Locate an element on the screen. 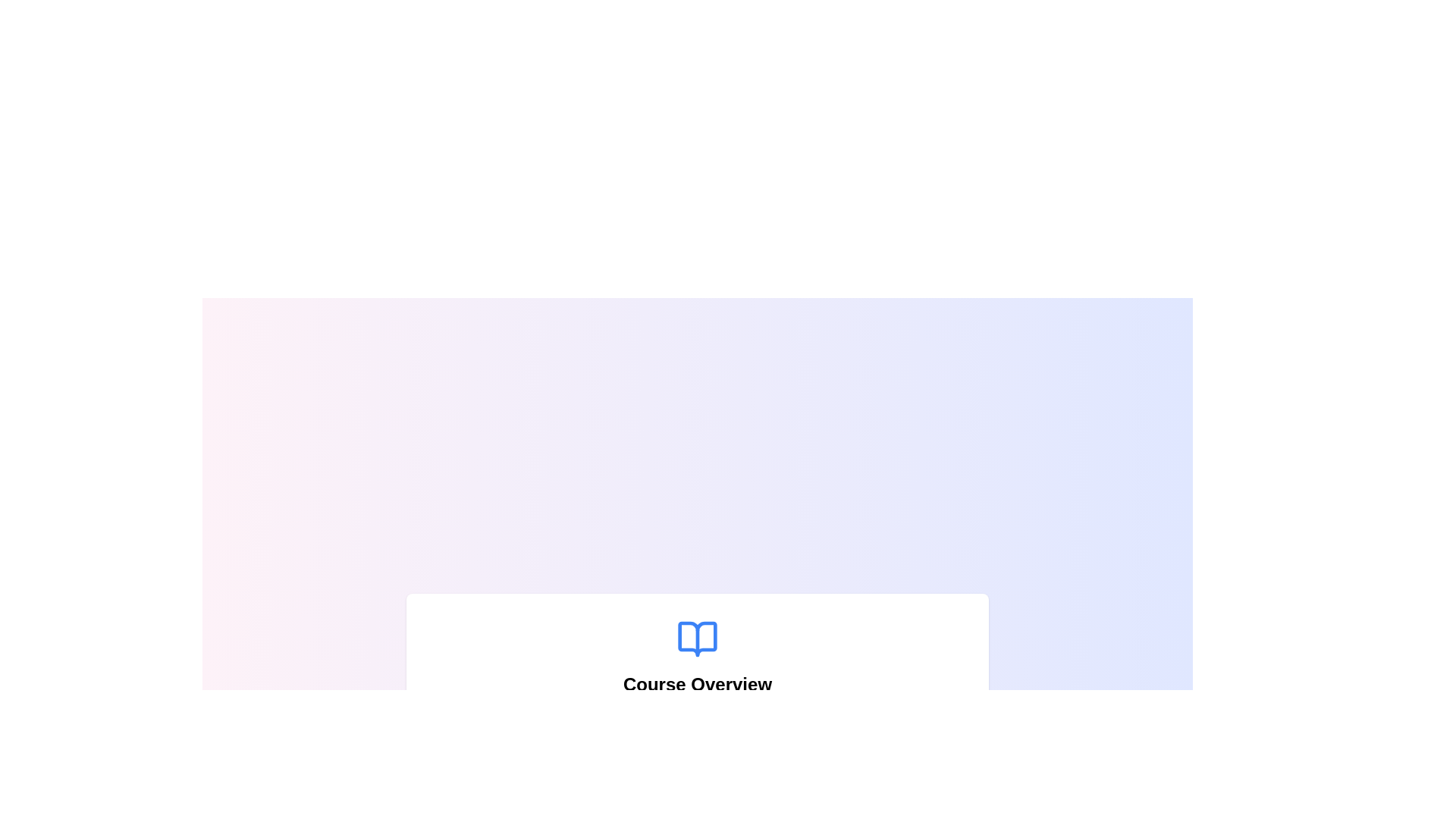 Image resolution: width=1456 pixels, height=819 pixels. left page outline of the book icon, which is part of the 'Course Overview' section in the application is located at coordinates (697, 639).